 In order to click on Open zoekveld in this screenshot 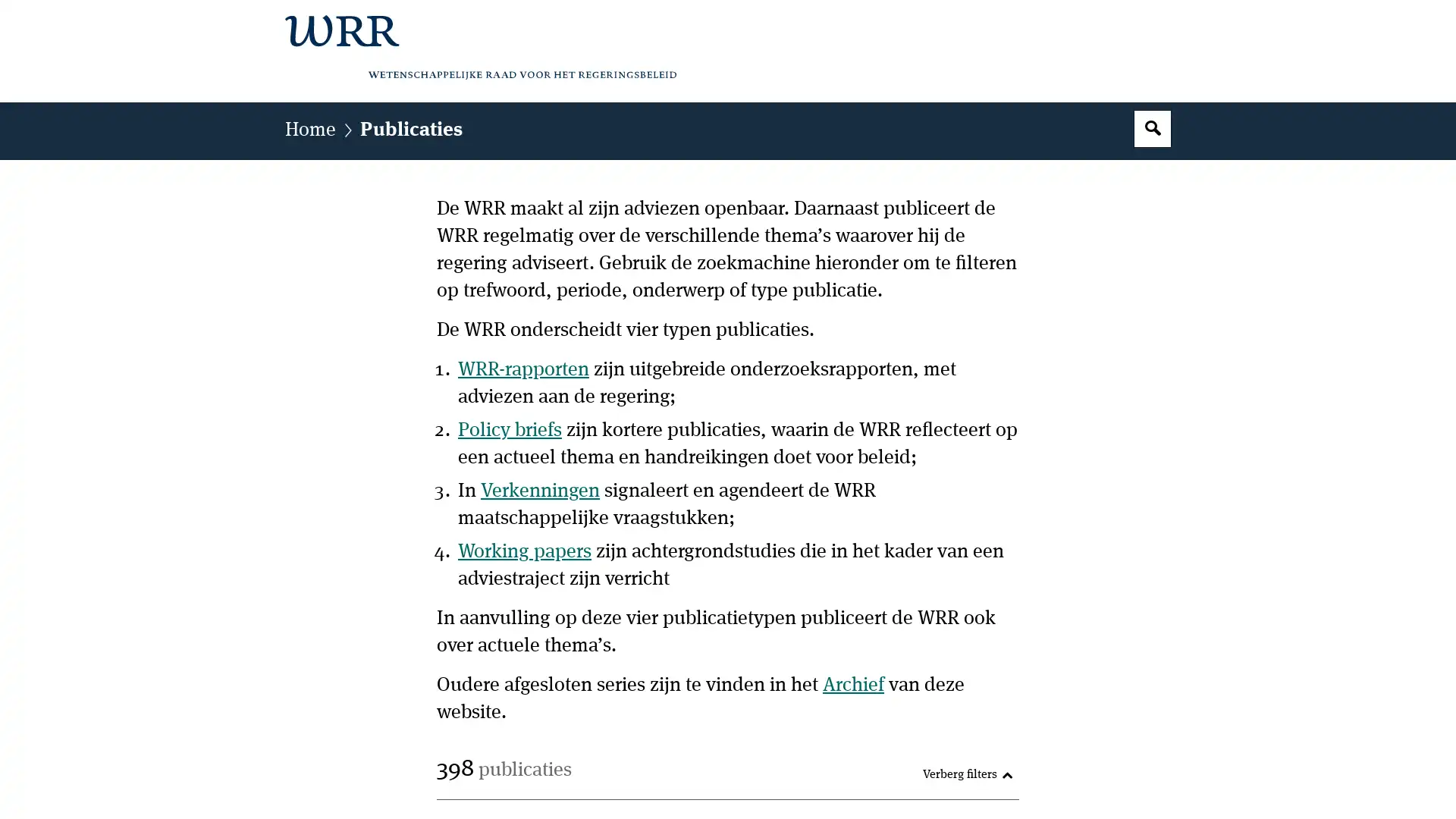, I will do `click(1153, 127)`.